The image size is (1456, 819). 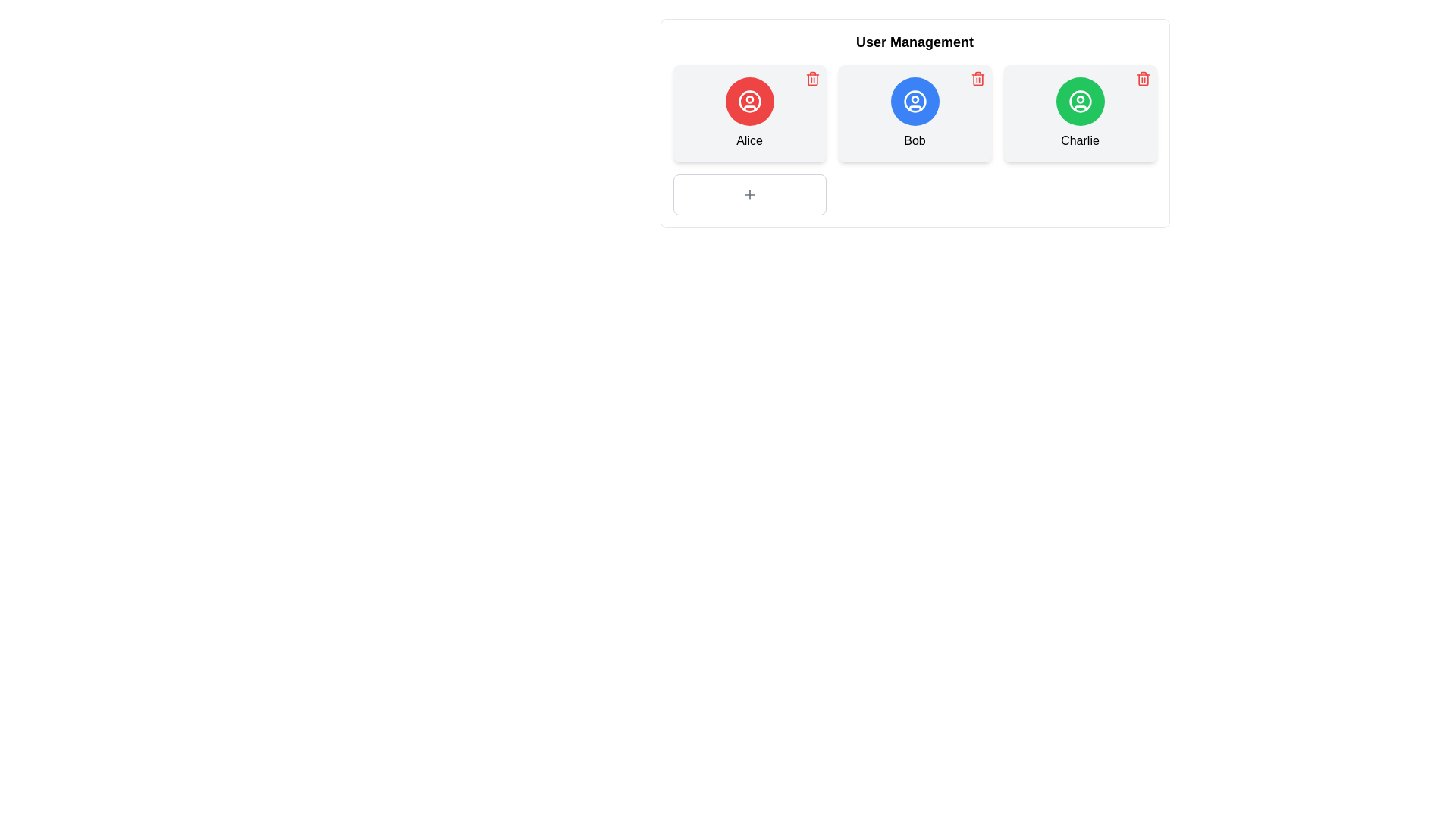 What do you see at coordinates (914, 102) in the screenshot?
I see `the user icon representing 'Bob' in the user management interface, which is the second icon in the horizontal list of user representations` at bounding box center [914, 102].